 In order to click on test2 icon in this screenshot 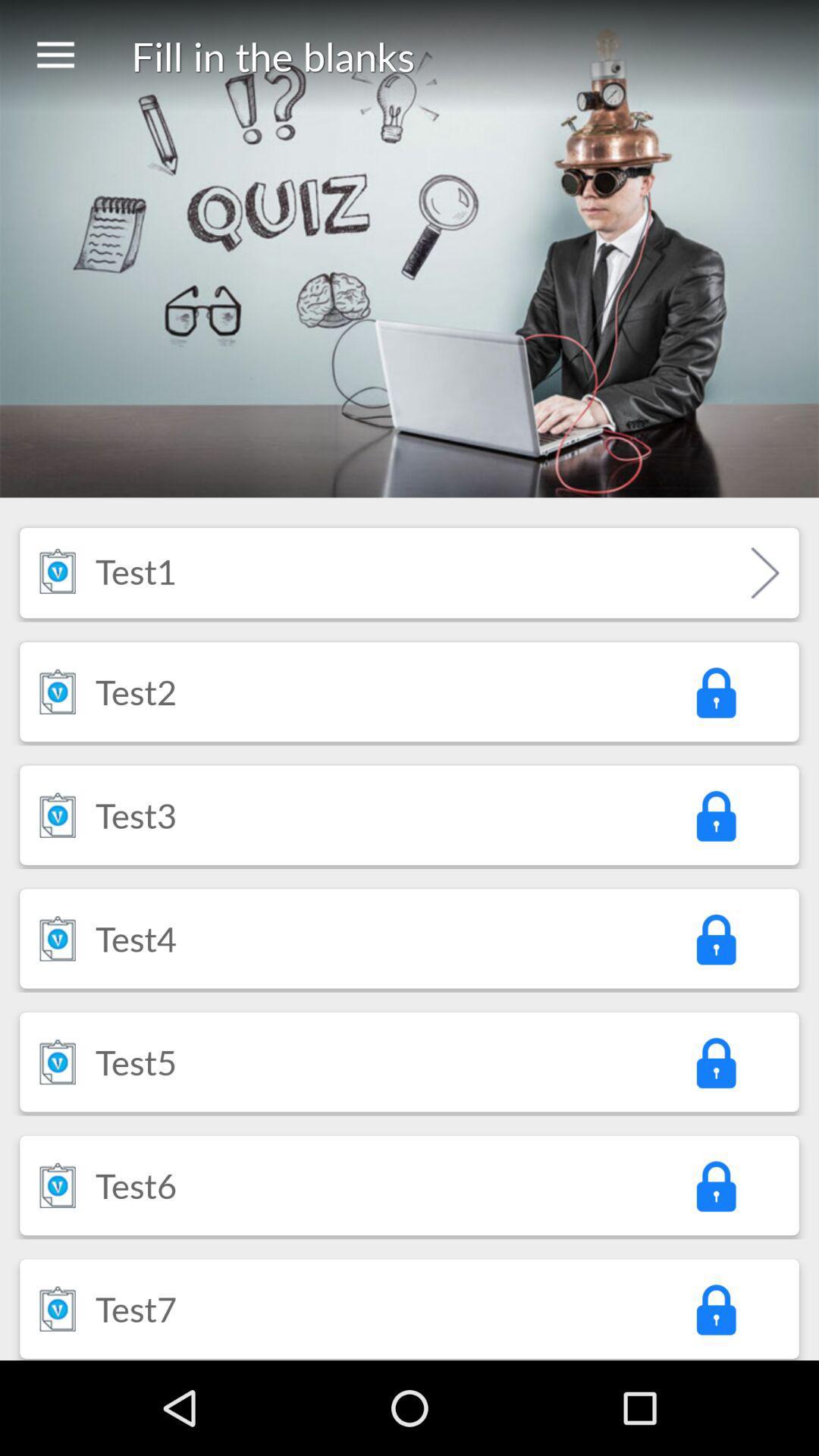, I will do `click(135, 691)`.